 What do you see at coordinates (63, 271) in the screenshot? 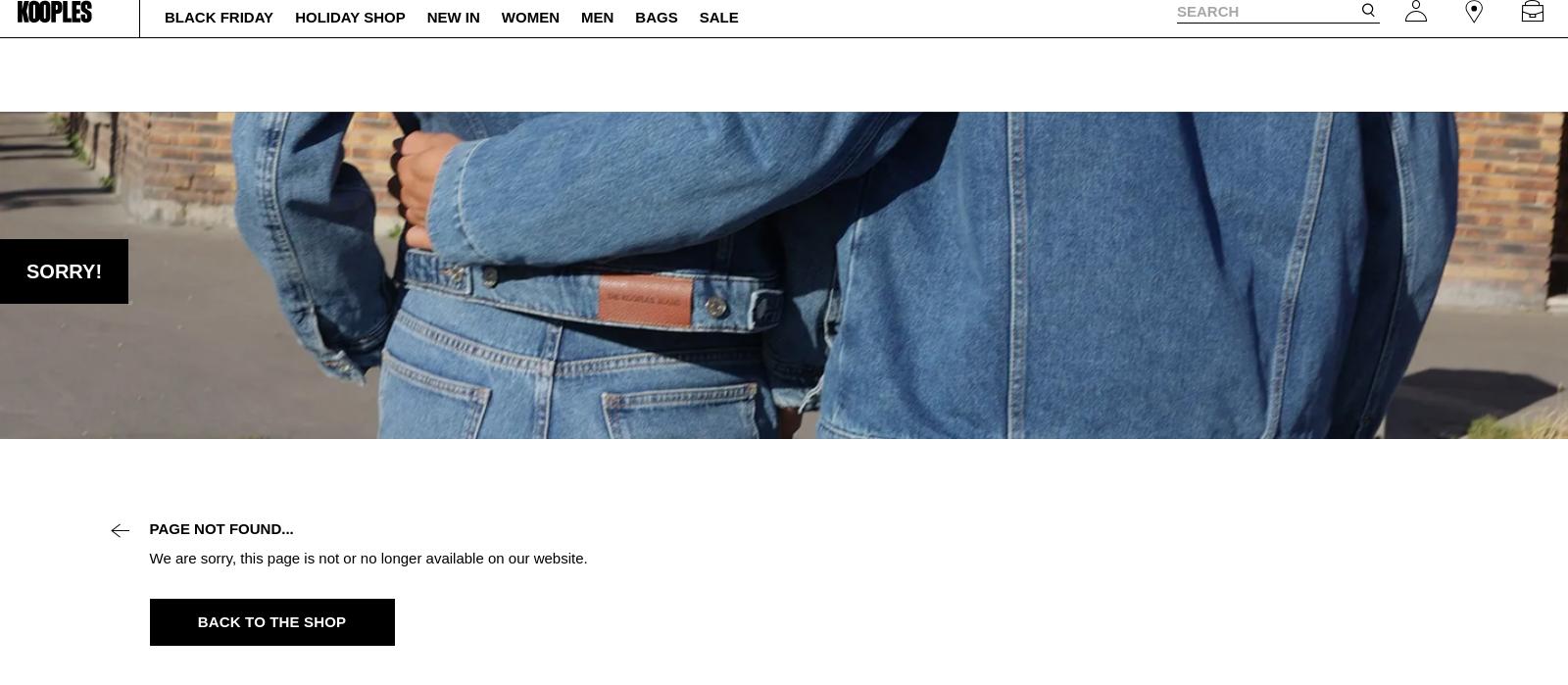
I see `'Sorry!'` at bounding box center [63, 271].